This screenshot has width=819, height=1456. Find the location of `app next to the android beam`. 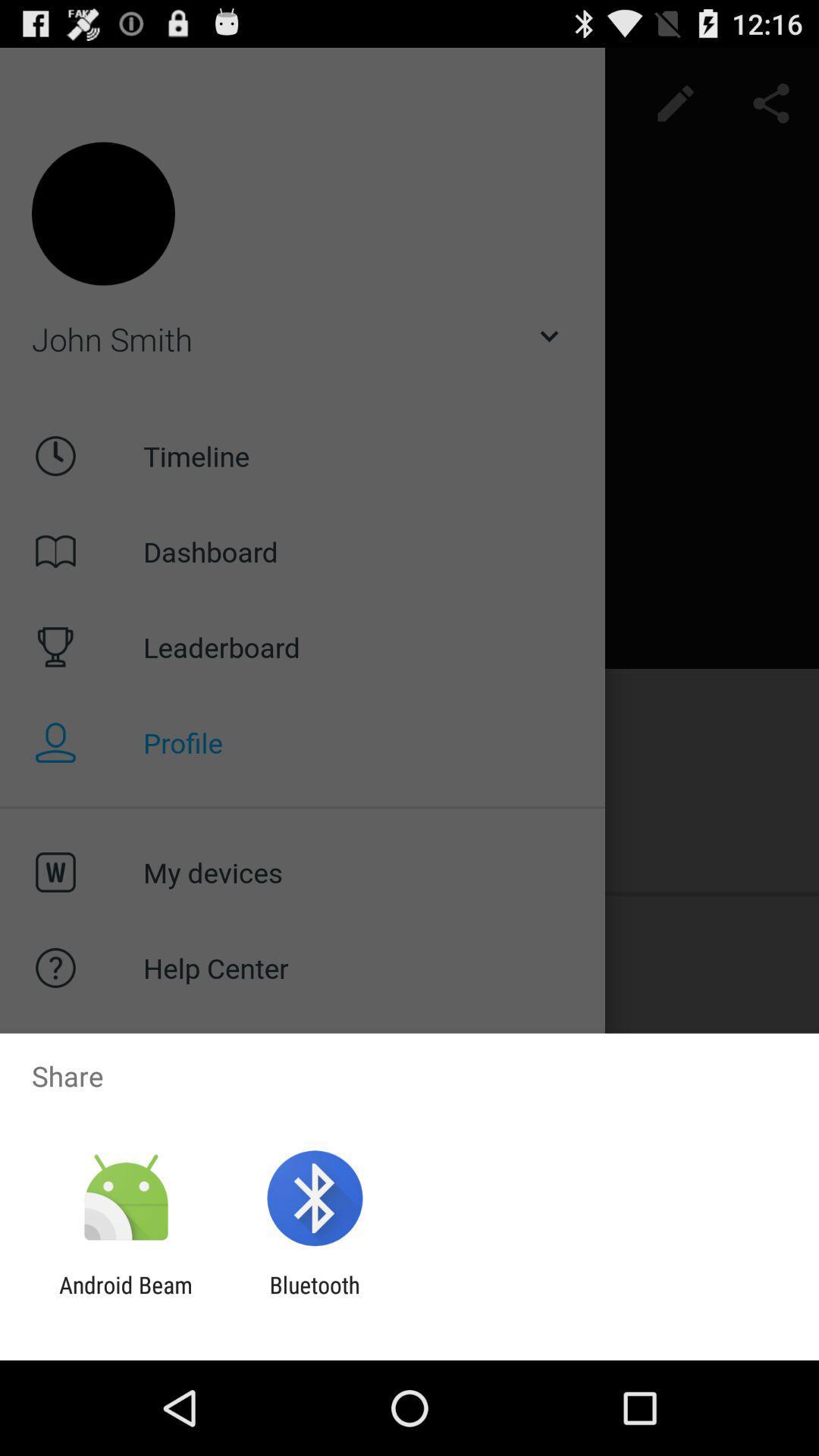

app next to the android beam is located at coordinates (314, 1298).